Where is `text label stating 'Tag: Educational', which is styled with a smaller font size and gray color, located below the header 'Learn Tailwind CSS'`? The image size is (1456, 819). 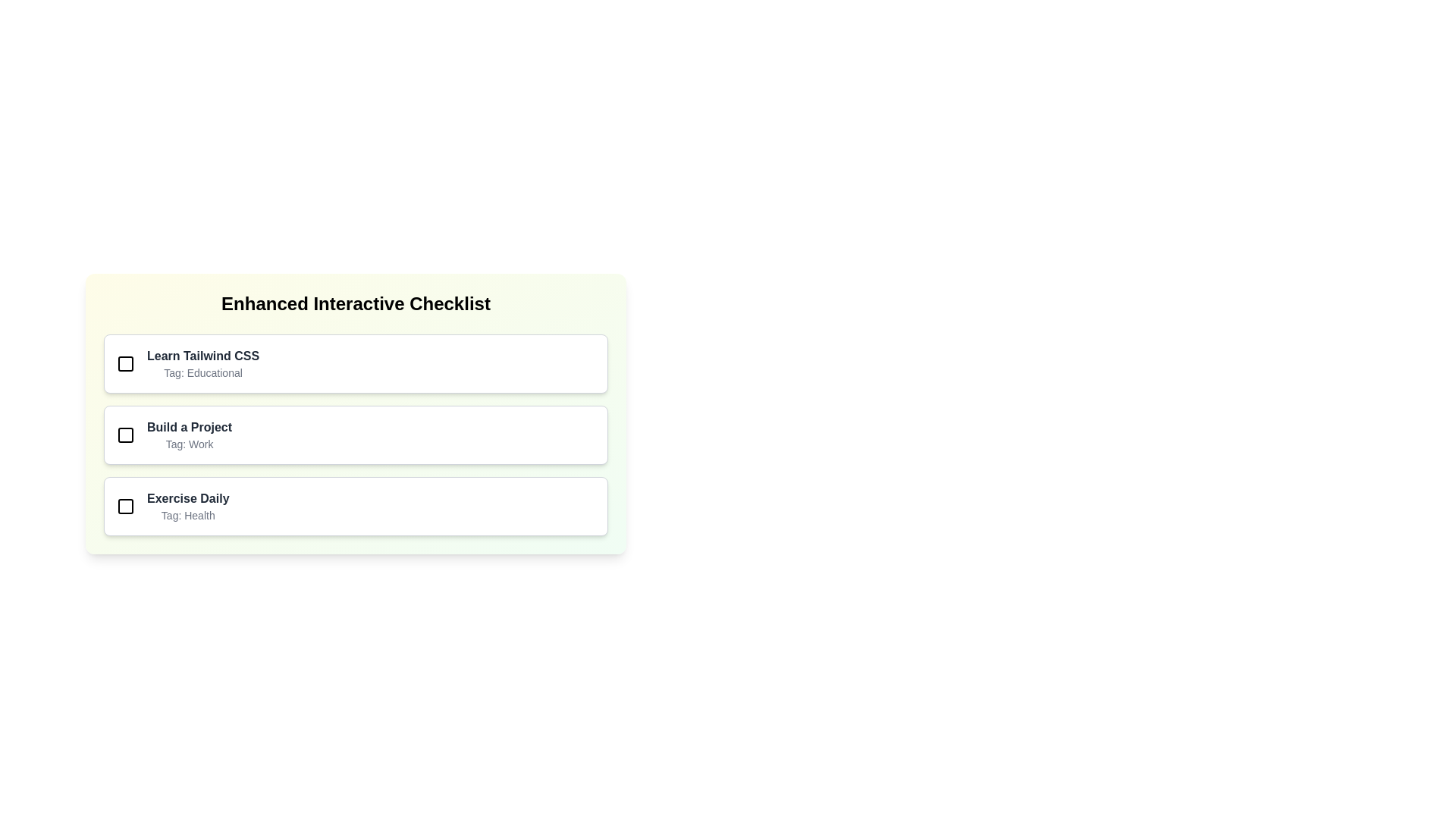 text label stating 'Tag: Educational', which is styled with a smaller font size and gray color, located below the header 'Learn Tailwind CSS' is located at coordinates (202, 373).